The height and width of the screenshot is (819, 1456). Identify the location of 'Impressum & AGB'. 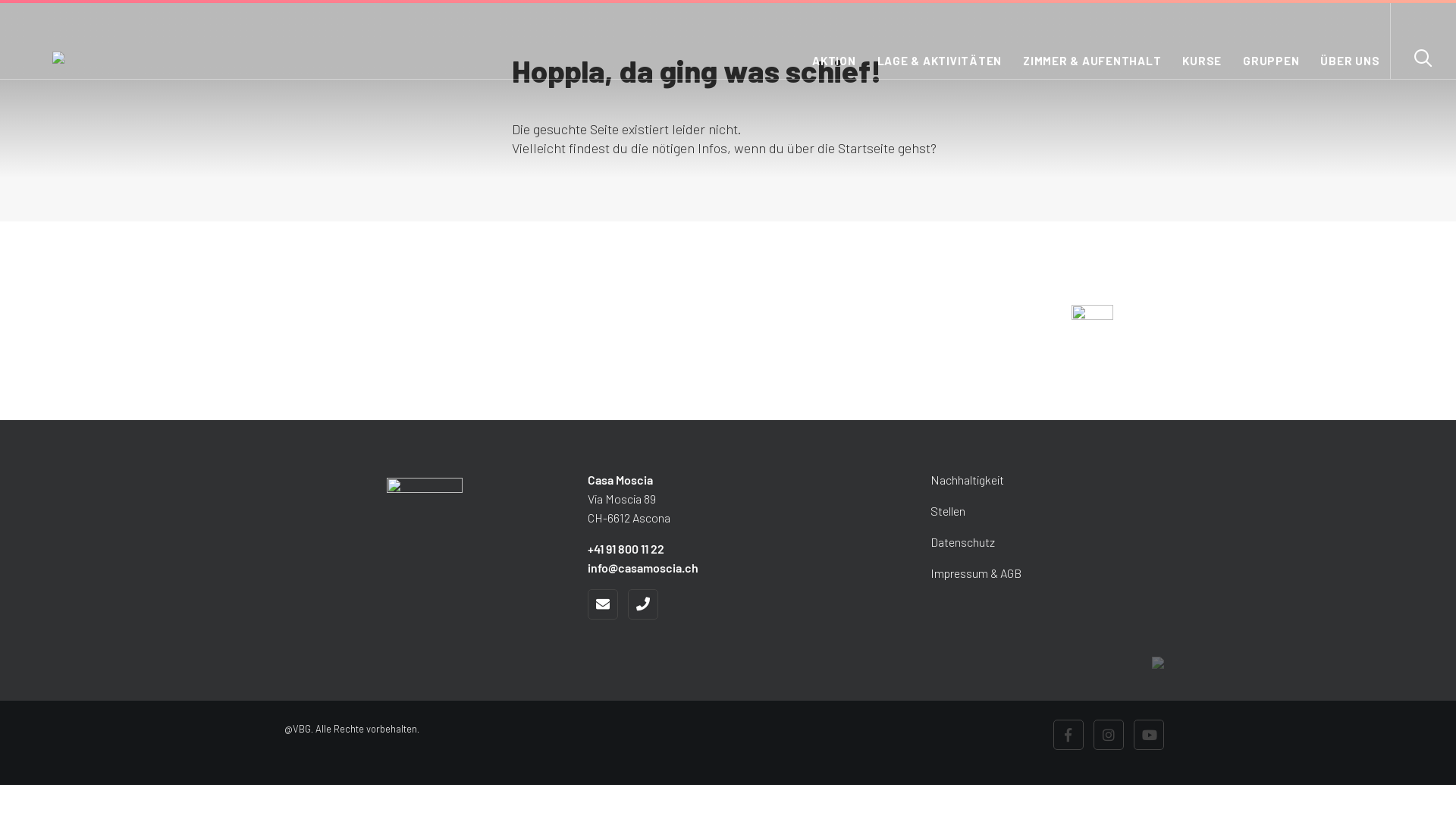
(955, 573).